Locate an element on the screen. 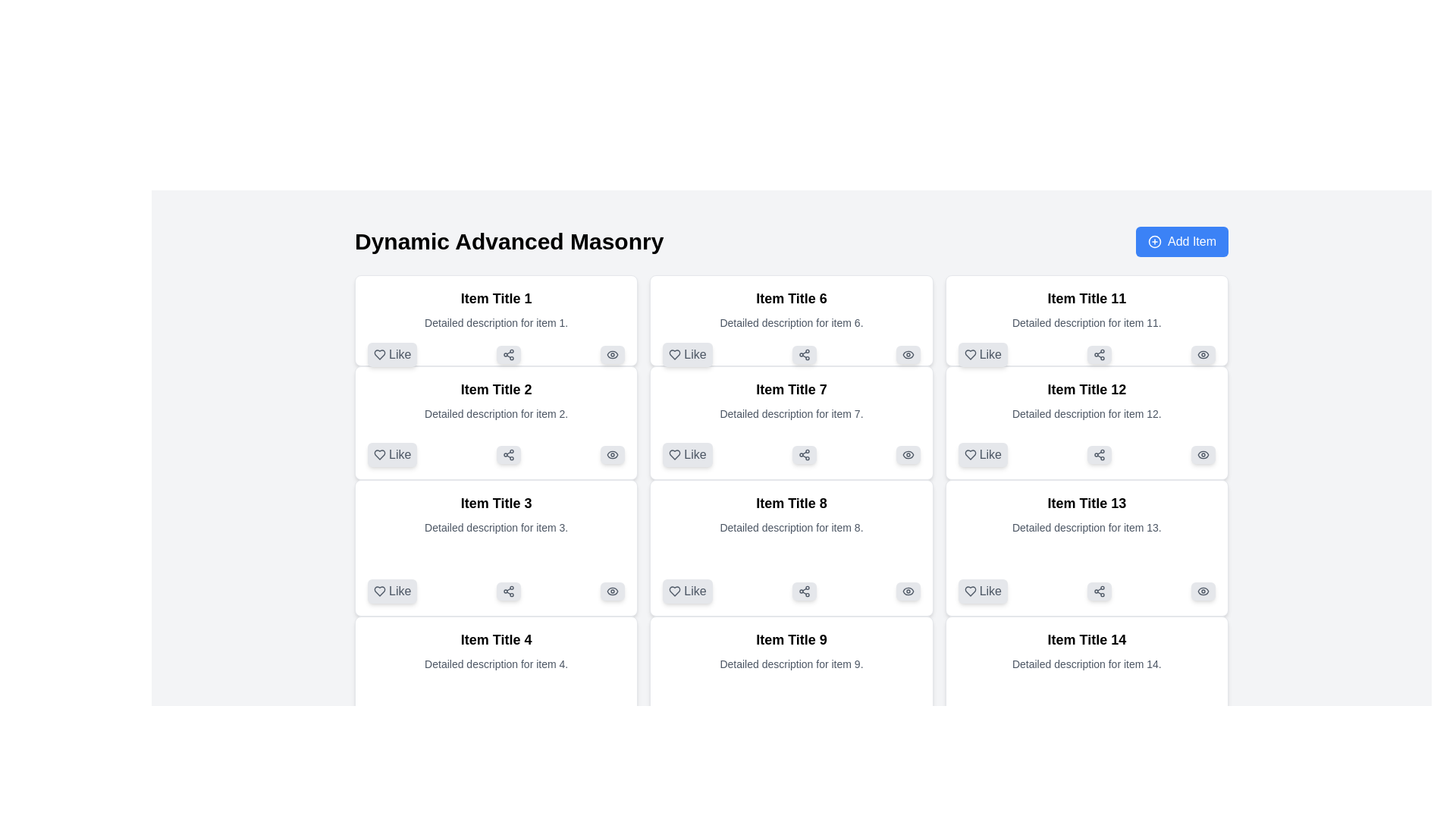 The image size is (1456, 819). the textual content block located in the bottom-right corner of the grid layout is located at coordinates (1086, 677).